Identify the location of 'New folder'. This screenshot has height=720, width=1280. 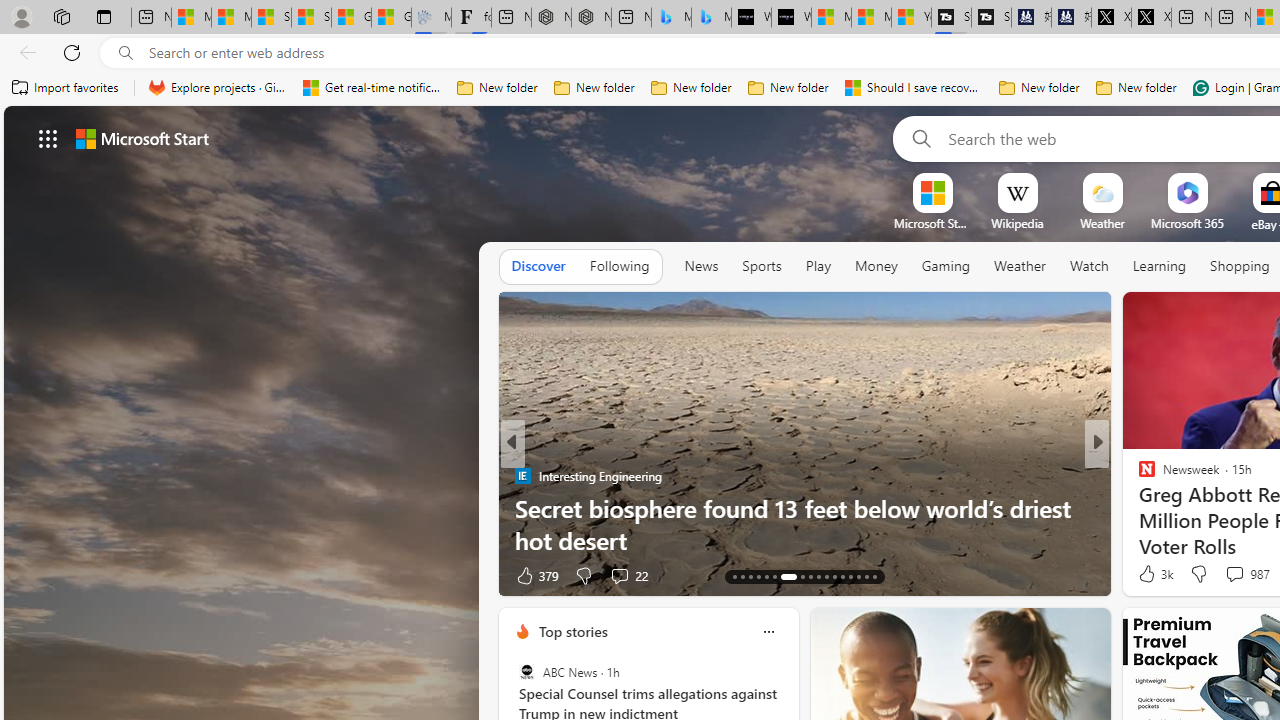
(1136, 87).